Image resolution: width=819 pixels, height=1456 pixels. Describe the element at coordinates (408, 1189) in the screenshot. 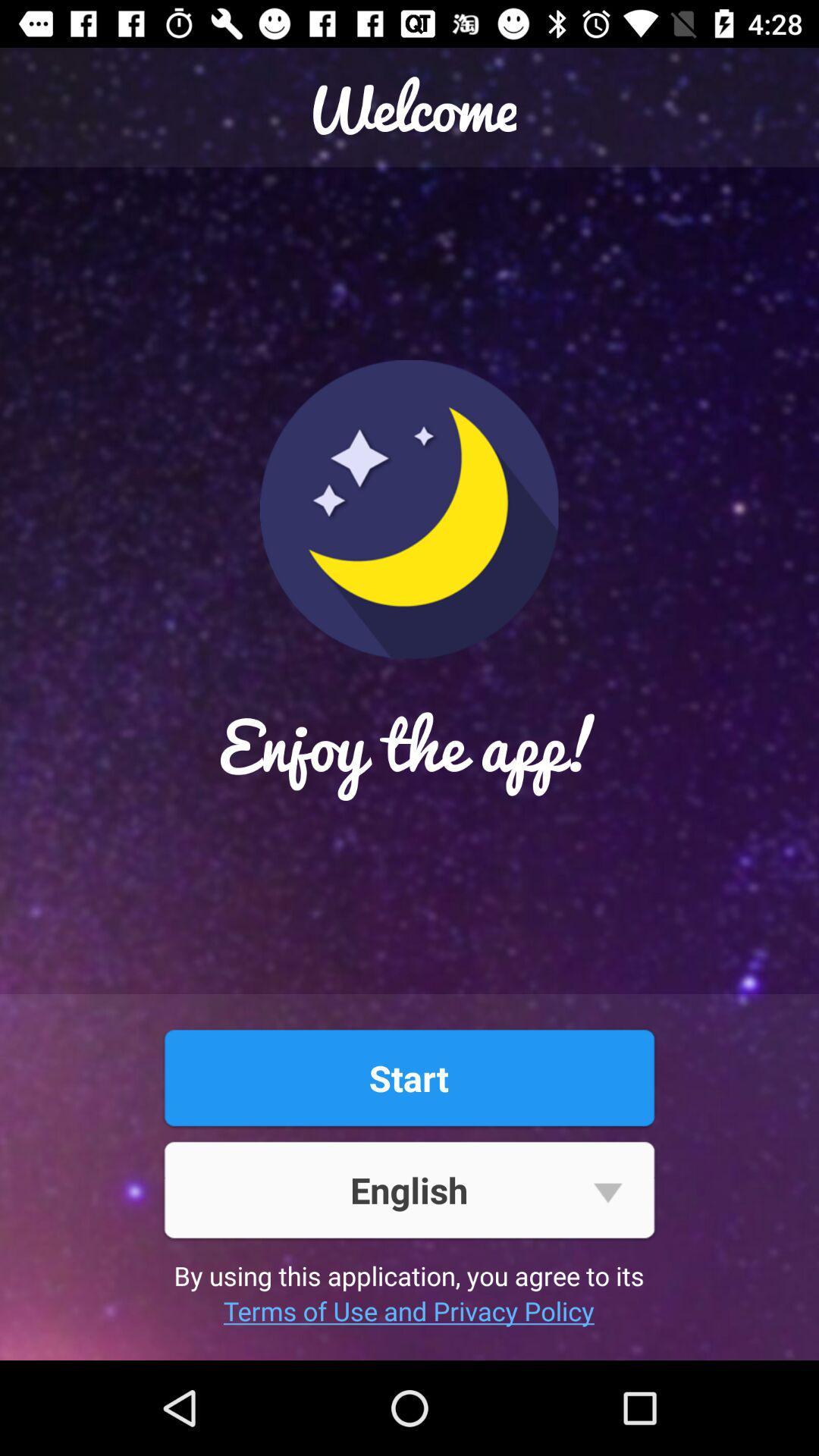

I see `button below the start` at that location.